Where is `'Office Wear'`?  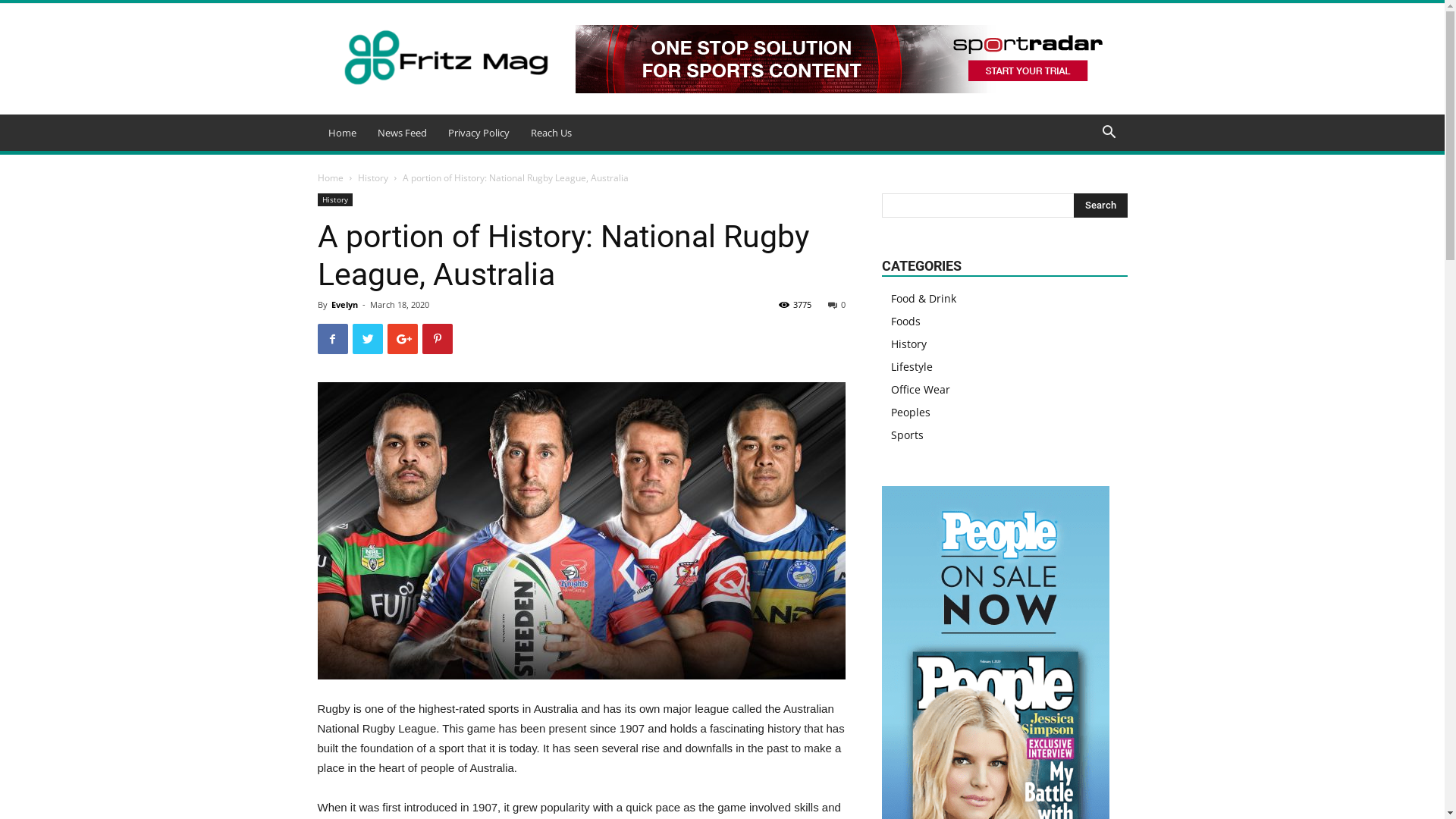 'Office Wear' is located at coordinates (919, 388).